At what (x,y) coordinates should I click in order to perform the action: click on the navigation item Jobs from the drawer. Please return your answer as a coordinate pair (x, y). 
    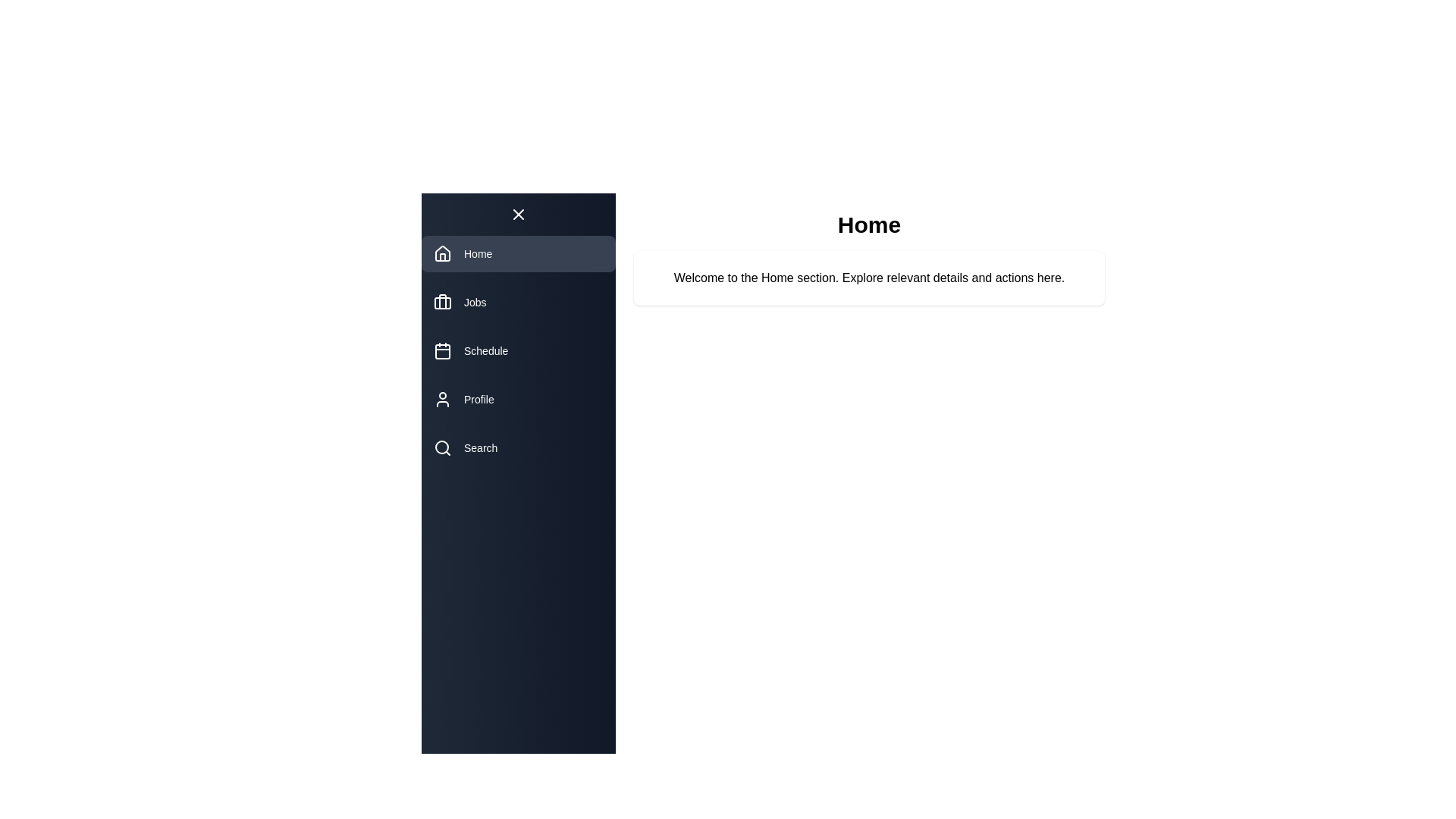
    Looking at the image, I should click on (519, 302).